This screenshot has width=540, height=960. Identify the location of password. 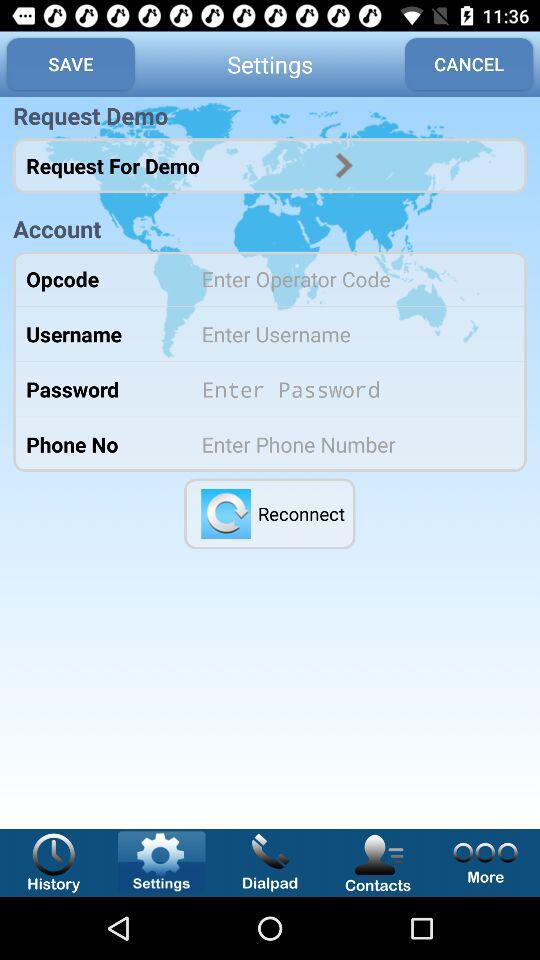
(350, 388).